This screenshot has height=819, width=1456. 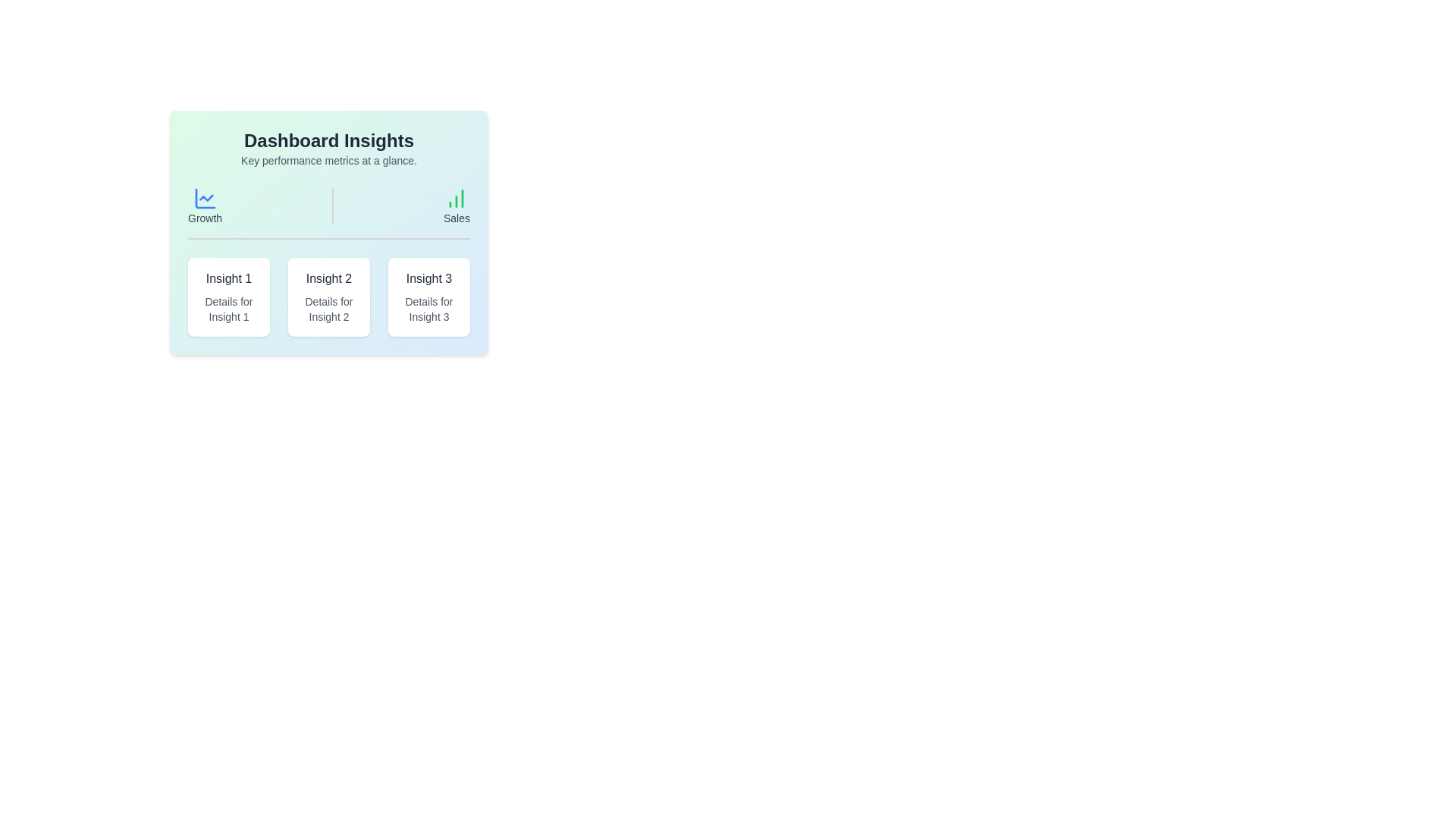 I want to click on static text label providing details about 'Insight 2', which is located immediately below the primary text 'Insight 2' in the center card under 'Dashboard Insights', so click(x=328, y=309).